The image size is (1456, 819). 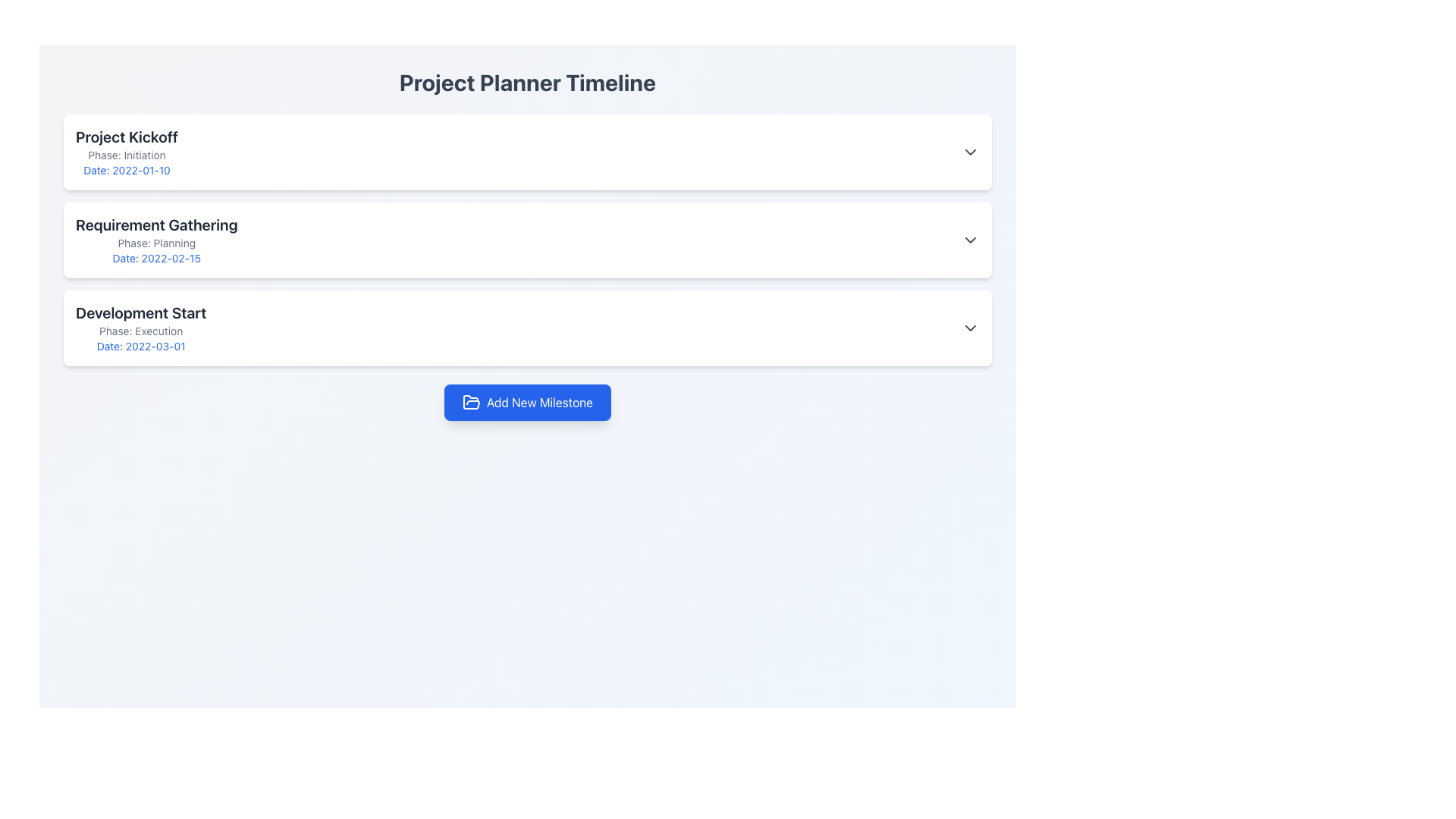 What do you see at coordinates (156, 225) in the screenshot?
I see `the informational label indicating the title of the second milestone, 'Requirement Gathering', located in the timeline interface` at bounding box center [156, 225].